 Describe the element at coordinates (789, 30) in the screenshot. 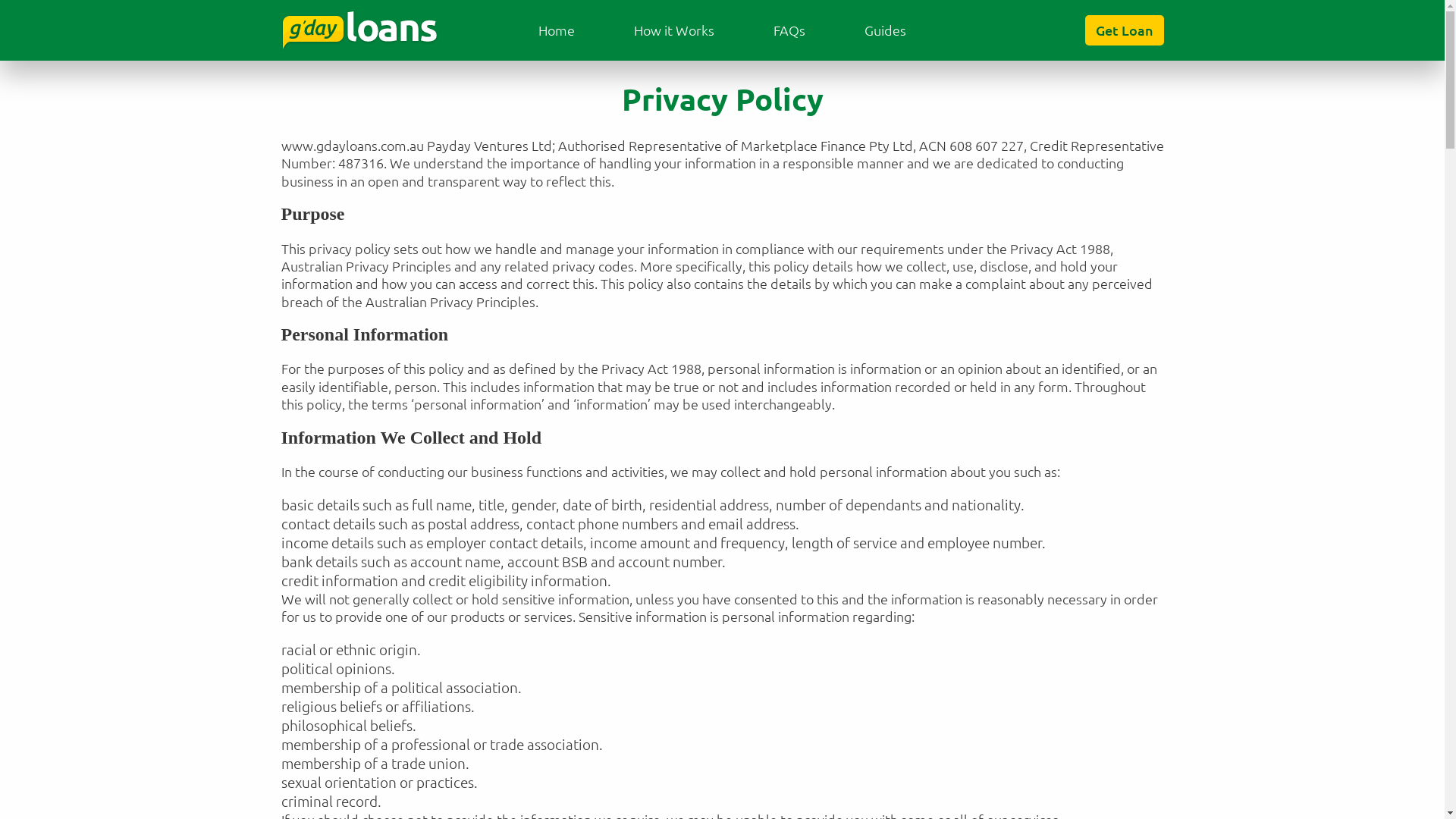

I see `'FAQs'` at that location.